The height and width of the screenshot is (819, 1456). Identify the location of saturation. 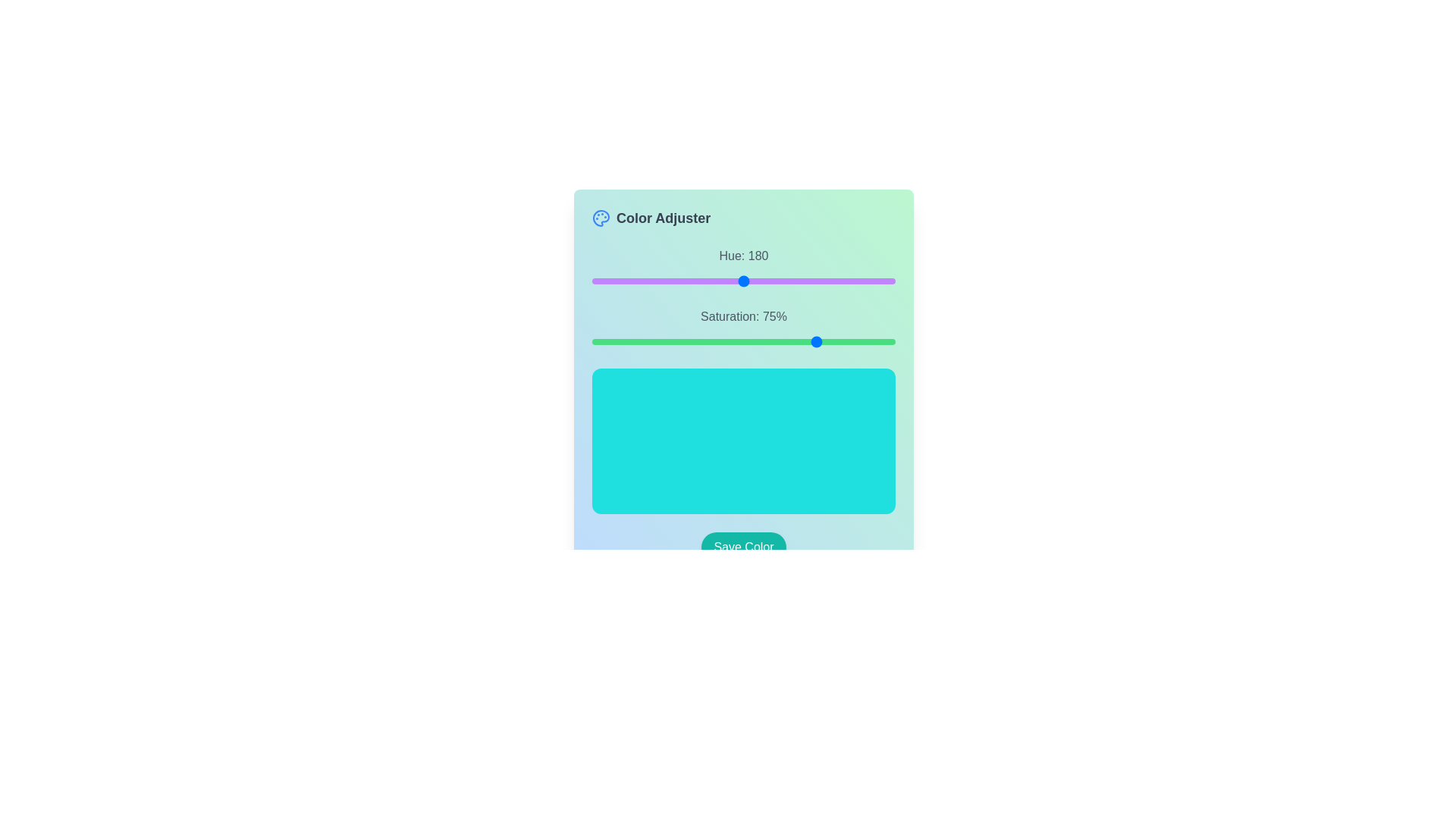
(831, 342).